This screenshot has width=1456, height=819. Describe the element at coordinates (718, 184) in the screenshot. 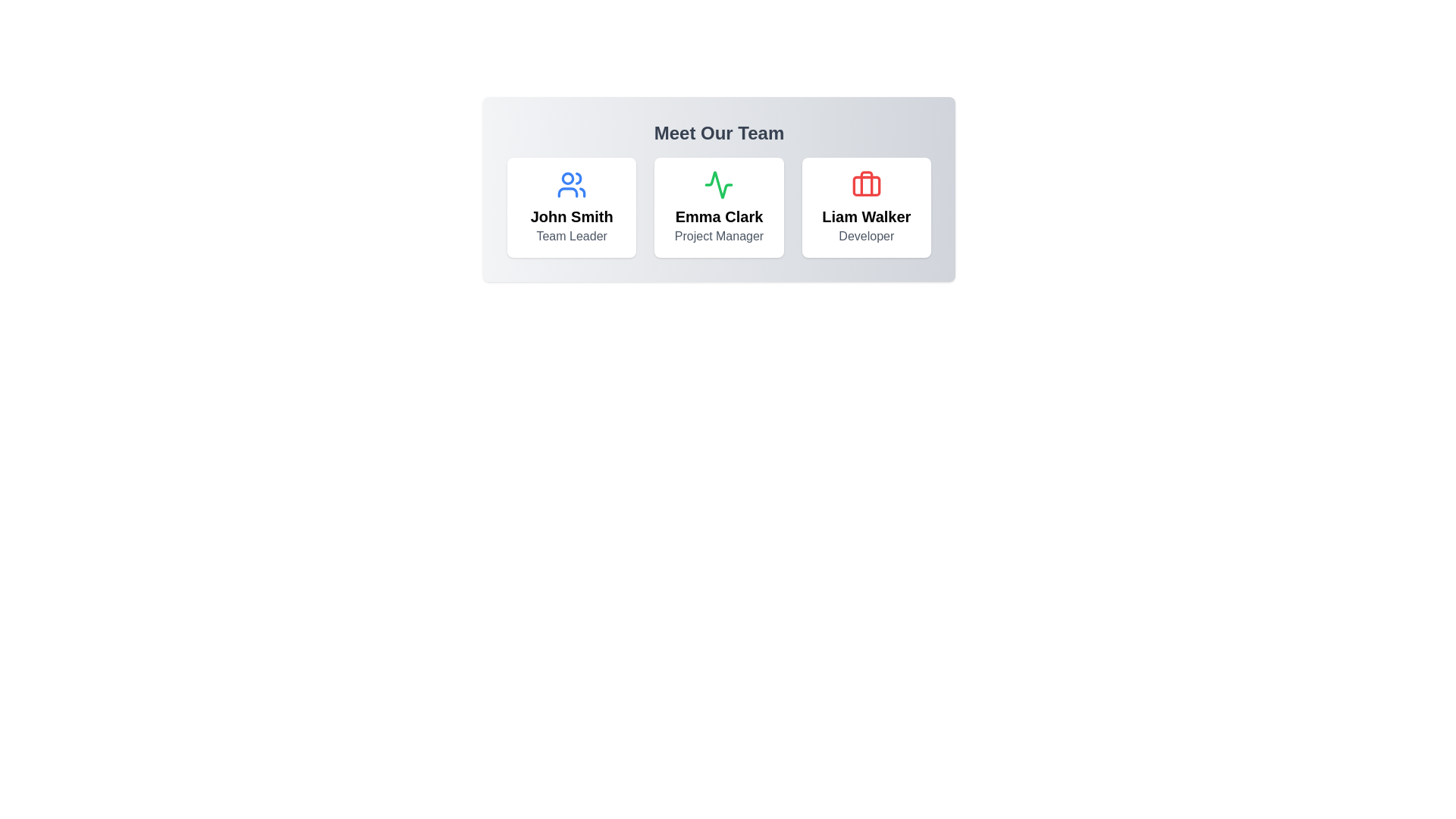

I see `the green heartbeat icon located at the center of the middle card under the 'Meet Our Team' heading` at that location.